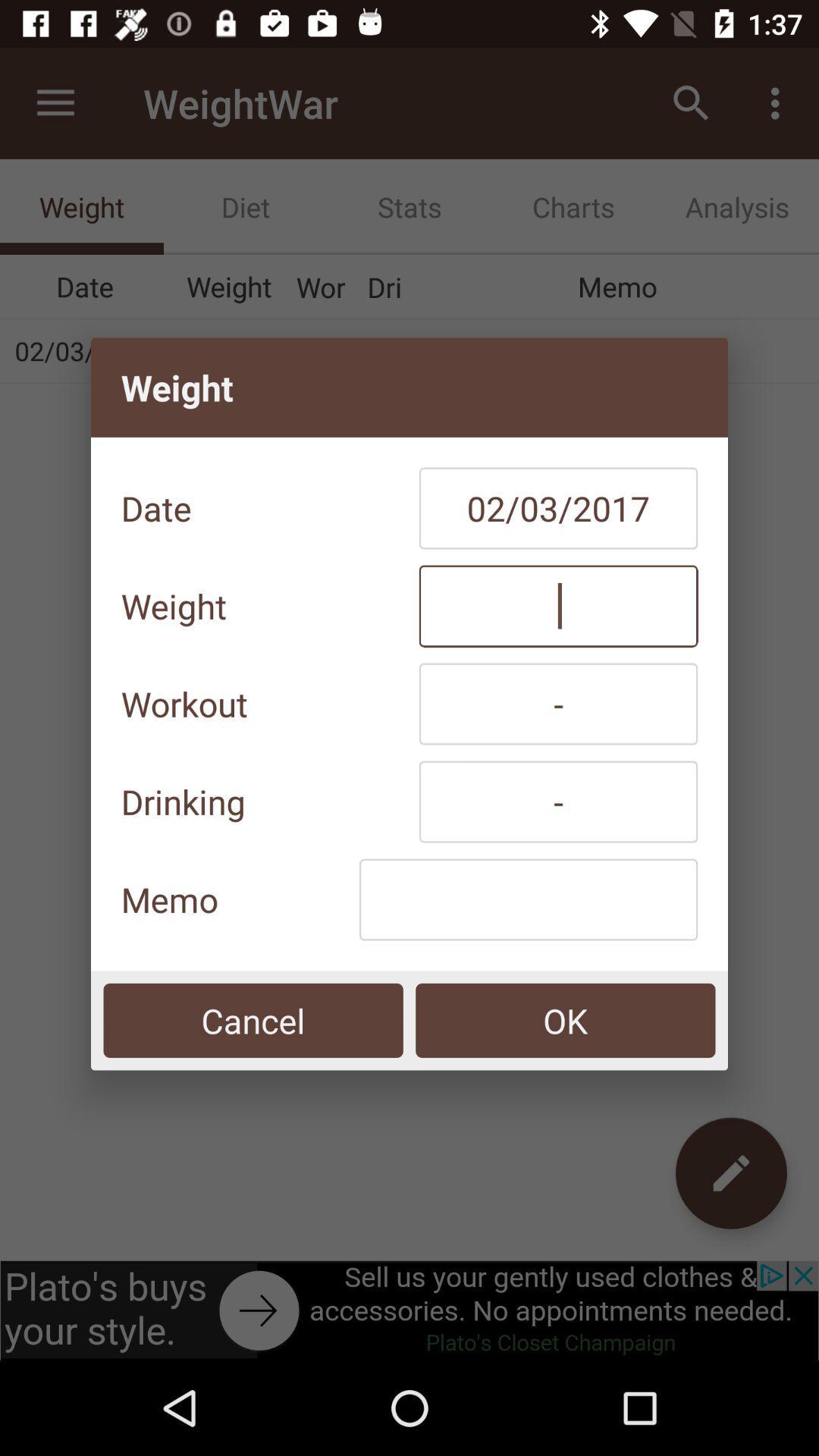 The height and width of the screenshot is (1456, 819). I want to click on the icon next to workout icon, so click(558, 703).